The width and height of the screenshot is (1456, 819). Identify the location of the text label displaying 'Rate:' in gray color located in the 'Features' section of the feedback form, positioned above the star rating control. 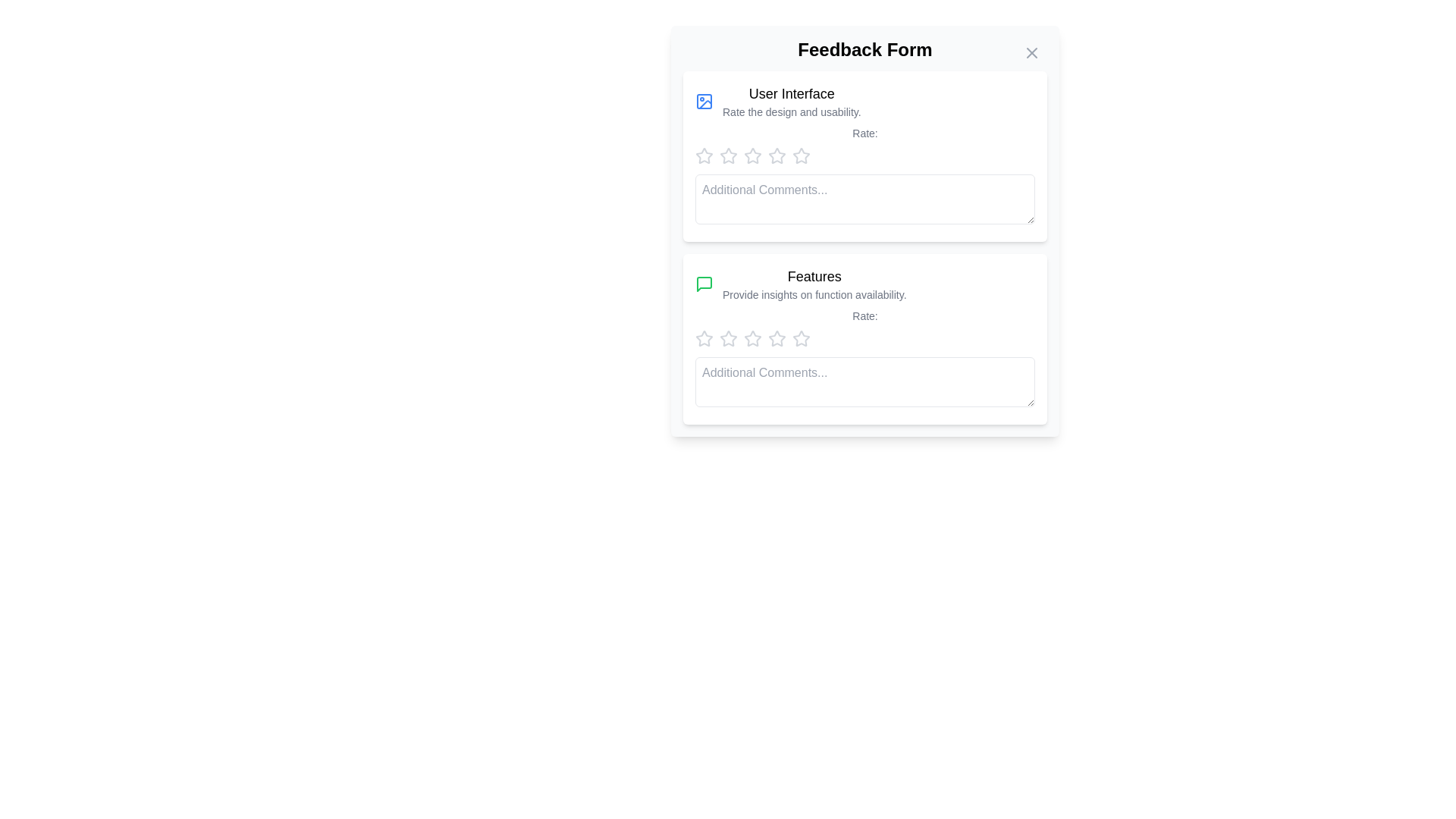
(865, 315).